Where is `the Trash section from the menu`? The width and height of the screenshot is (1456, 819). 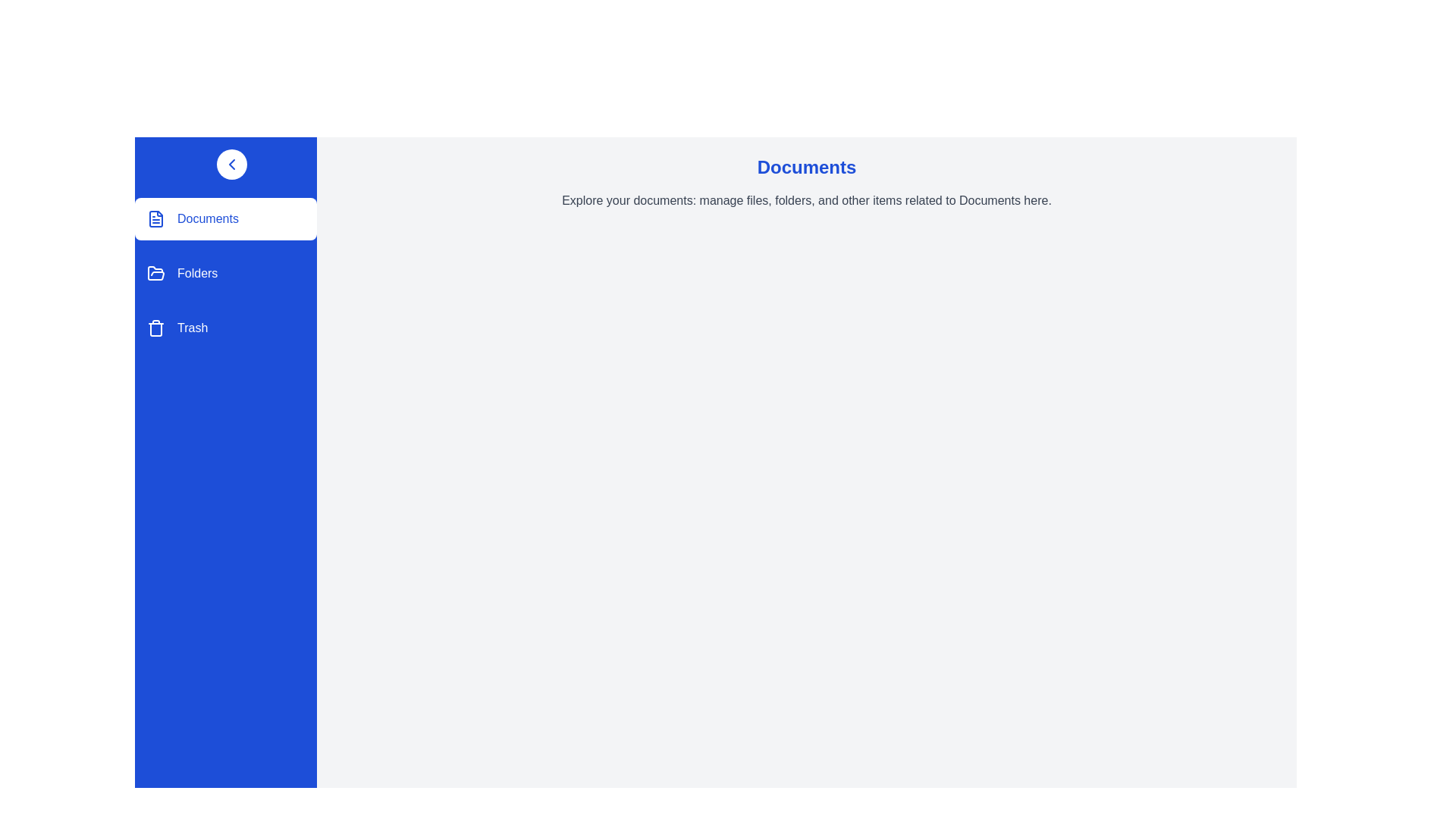 the Trash section from the menu is located at coordinates (224, 327).